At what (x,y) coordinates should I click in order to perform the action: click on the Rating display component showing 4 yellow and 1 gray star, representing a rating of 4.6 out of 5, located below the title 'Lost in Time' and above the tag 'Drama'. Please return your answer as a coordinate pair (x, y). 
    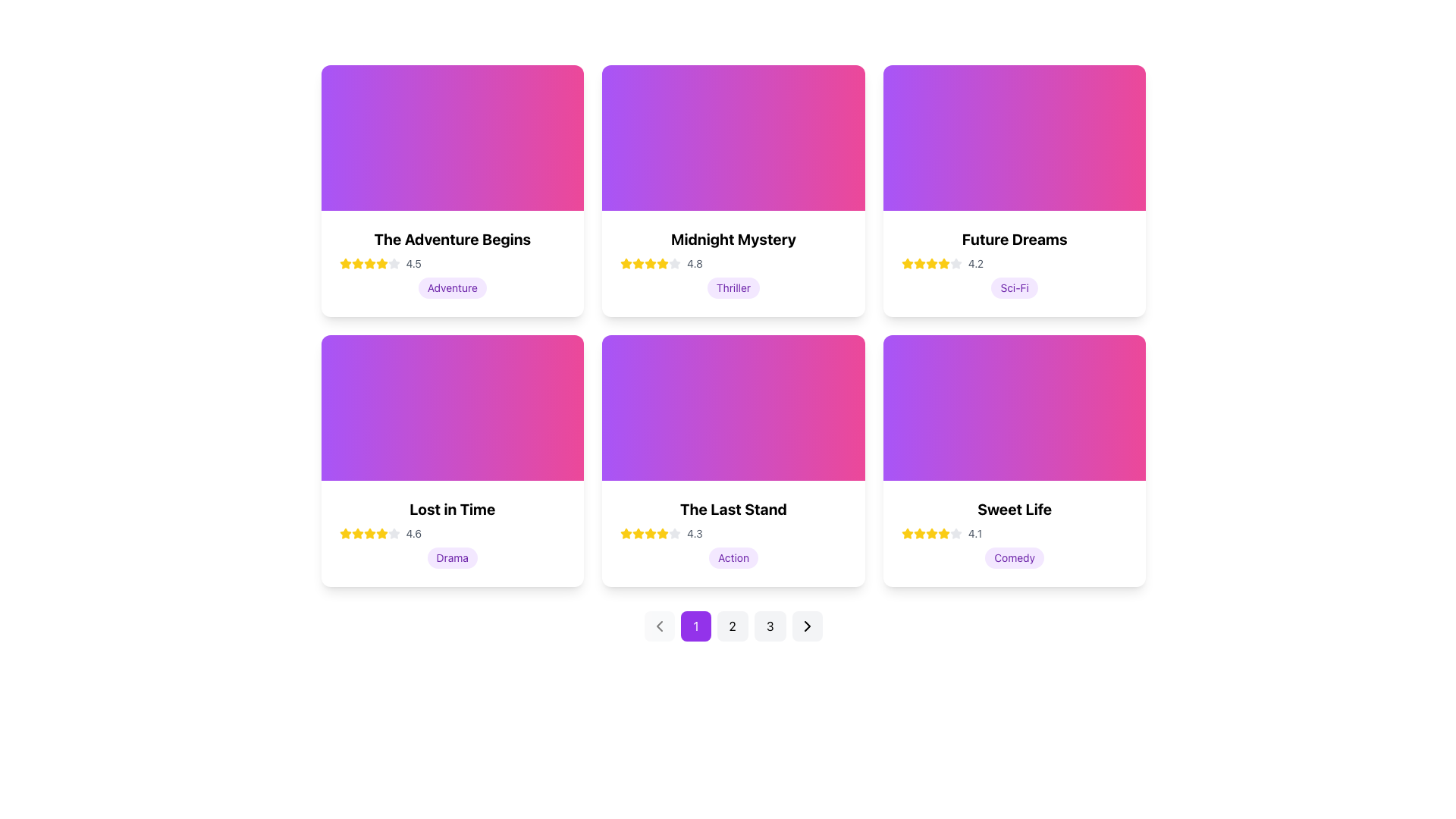
    Looking at the image, I should click on (451, 533).